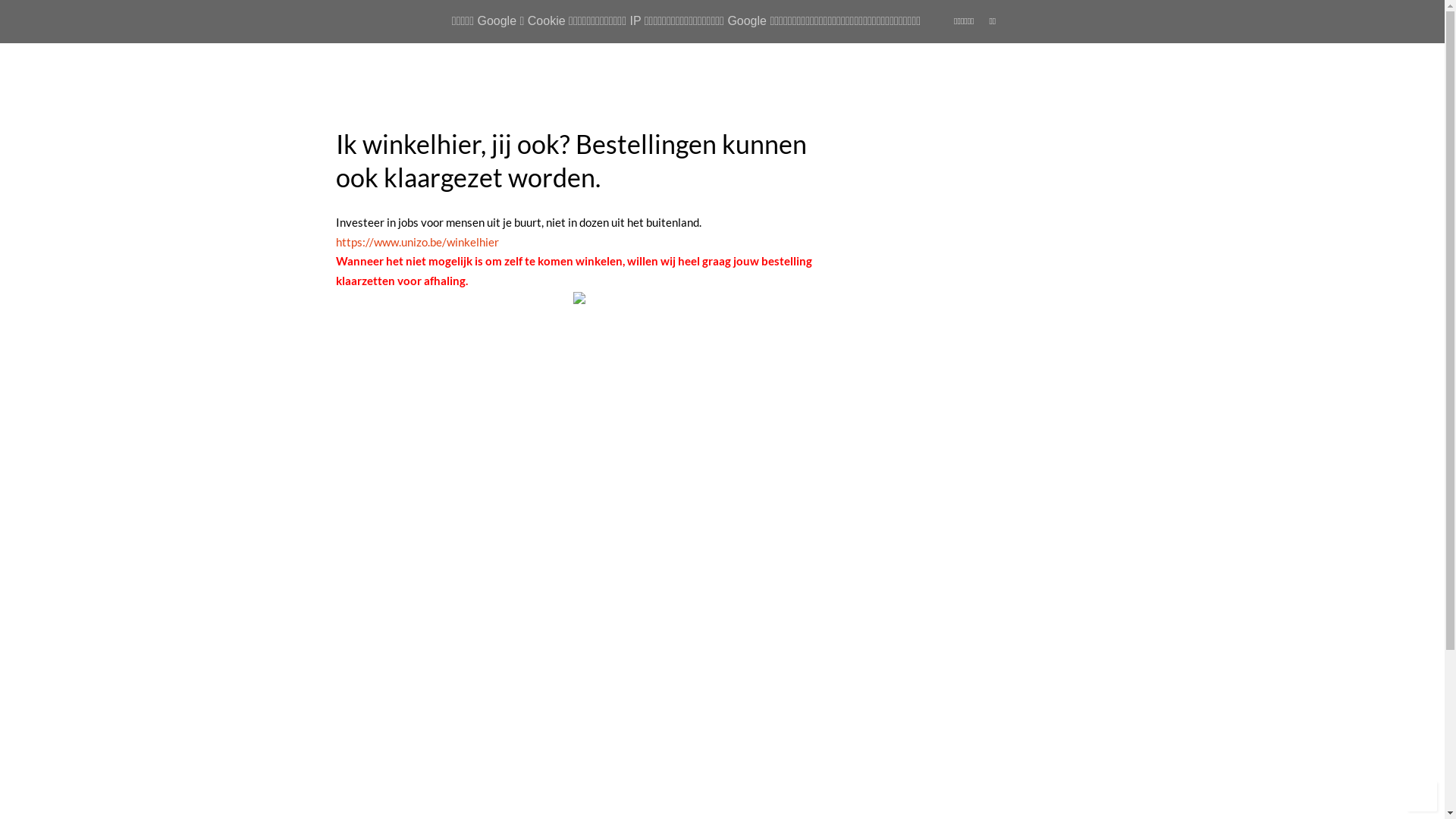  Describe the element at coordinates (416, 241) in the screenshot. I see `'https://www.unizo.be/winkelhier'` at that location.